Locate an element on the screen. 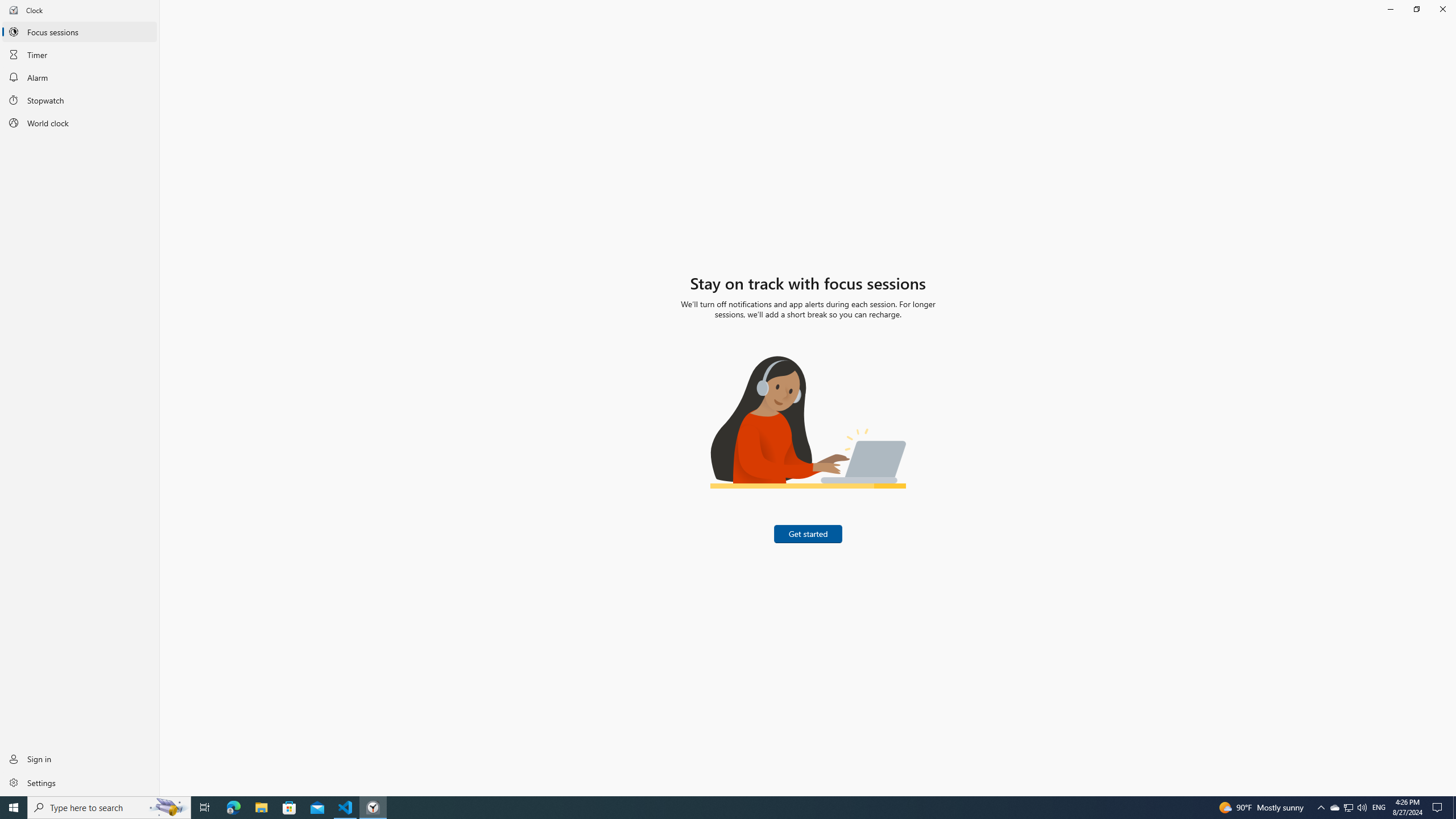 The width and height of the screenshot is (1456, 819). 'Get started' is located at coordinates (809, 533).